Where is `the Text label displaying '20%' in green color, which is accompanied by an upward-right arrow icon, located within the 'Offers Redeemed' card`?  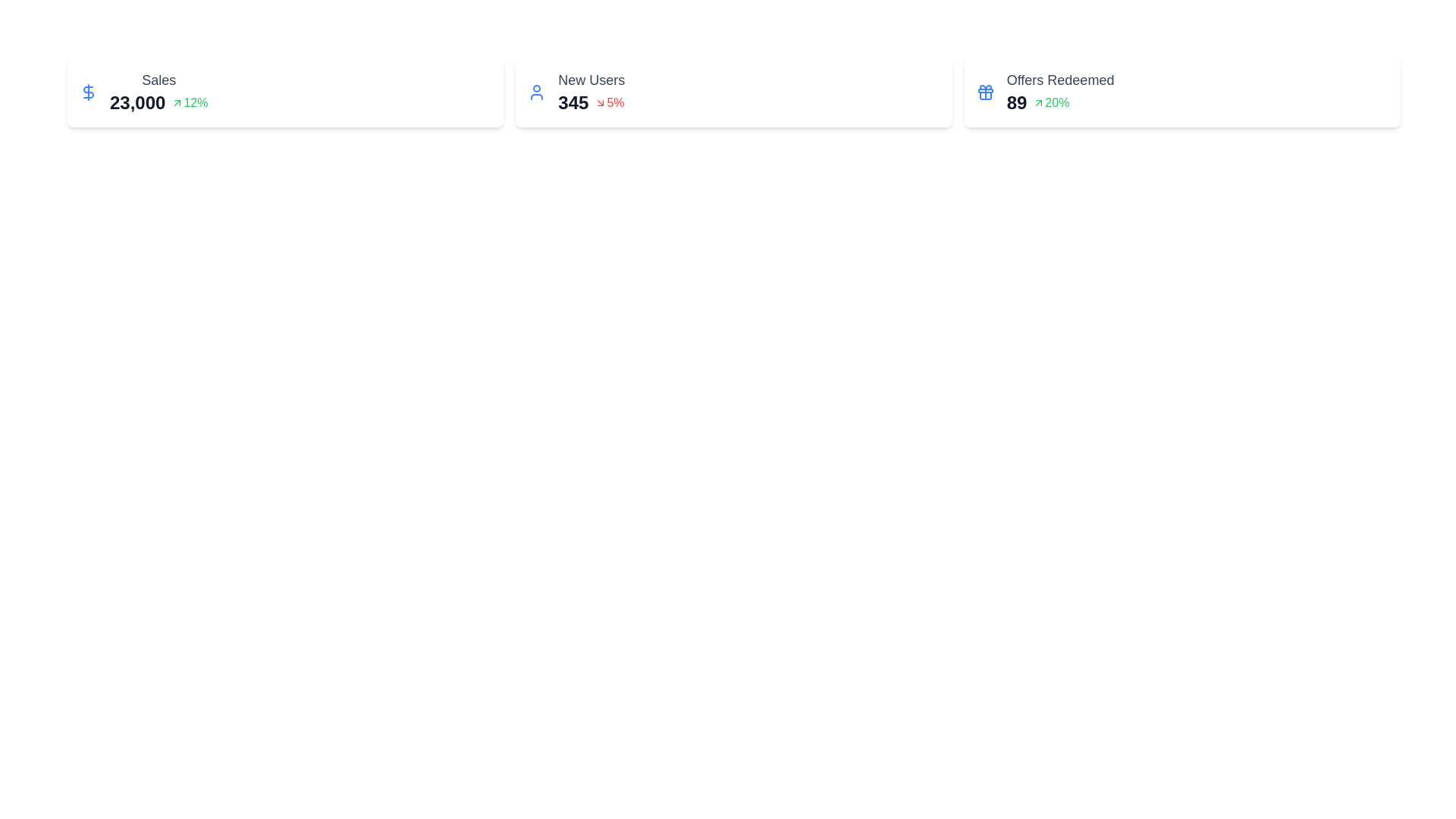 the Text label displaying '20%' in green color, which is accompanied by an upward-right arrow icon, located within the 'Offers Redeemed' card is located at coordinates (1050, 102).